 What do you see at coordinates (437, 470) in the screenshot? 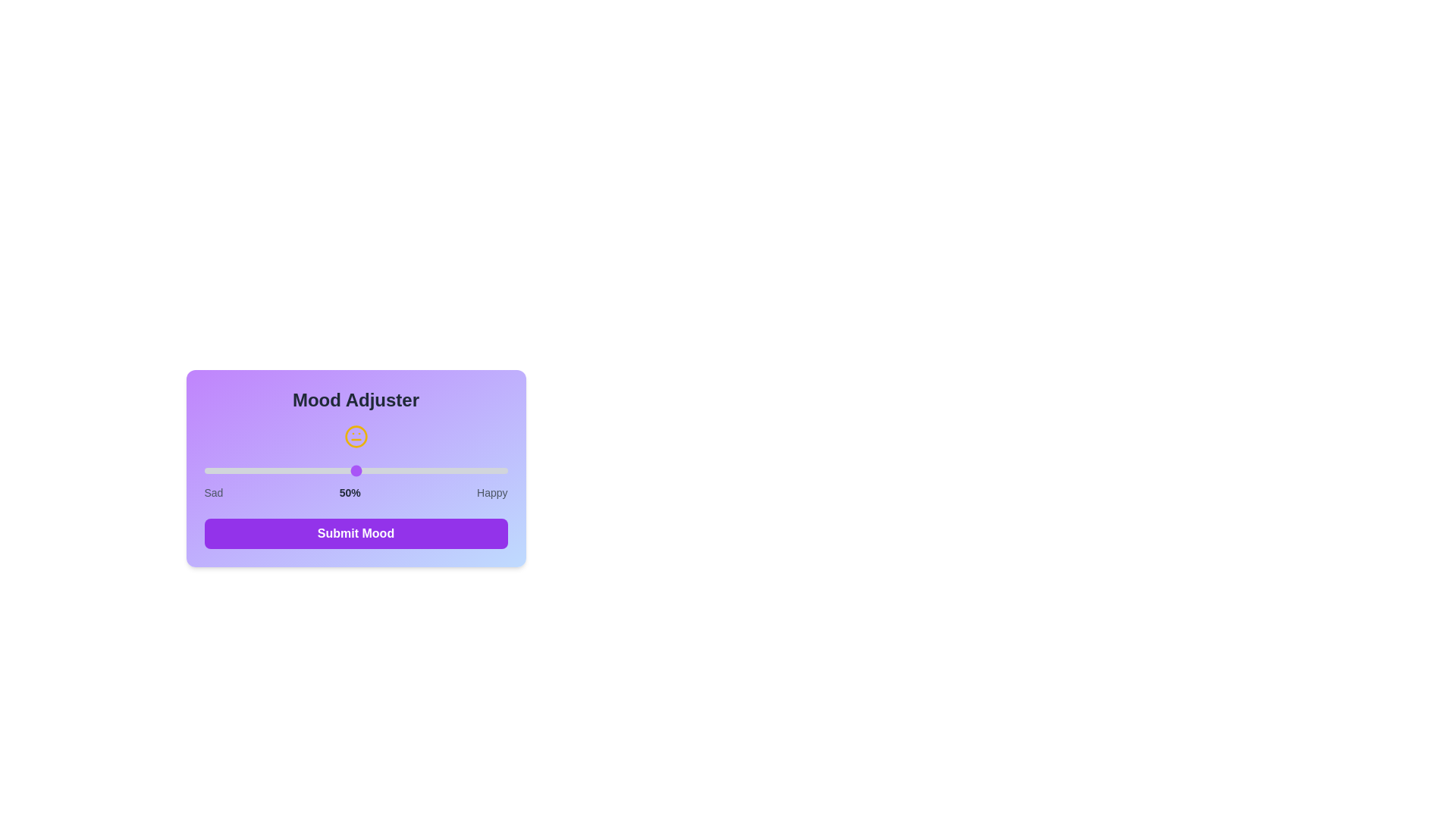
I see `the mood slider to 77% to observe the mood icon change` at bounding box center [437, 470].